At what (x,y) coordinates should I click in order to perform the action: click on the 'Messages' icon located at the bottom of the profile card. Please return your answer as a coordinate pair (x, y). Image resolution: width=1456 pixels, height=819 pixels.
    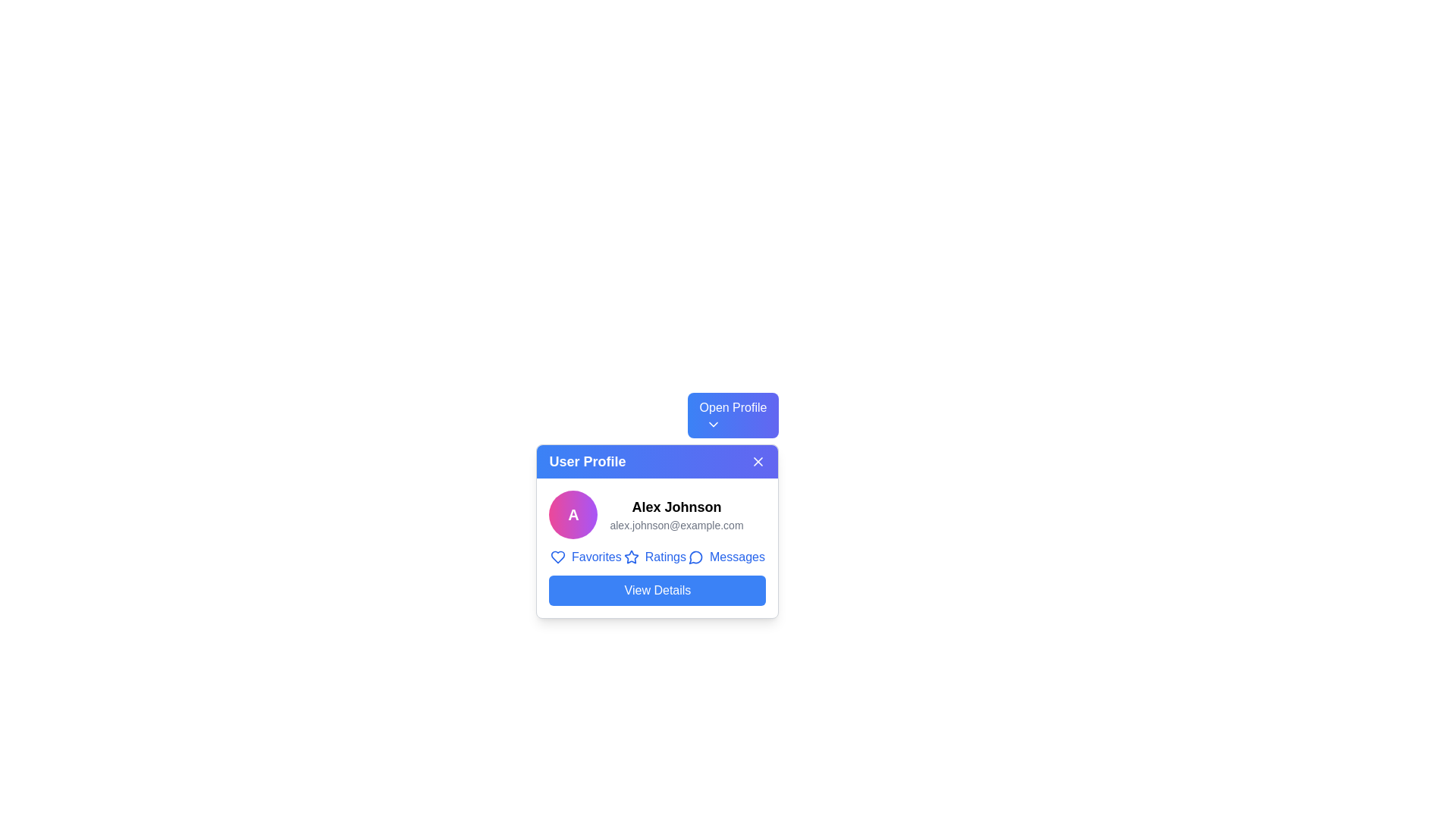
    Looking at the image, I should click on (695, 557).